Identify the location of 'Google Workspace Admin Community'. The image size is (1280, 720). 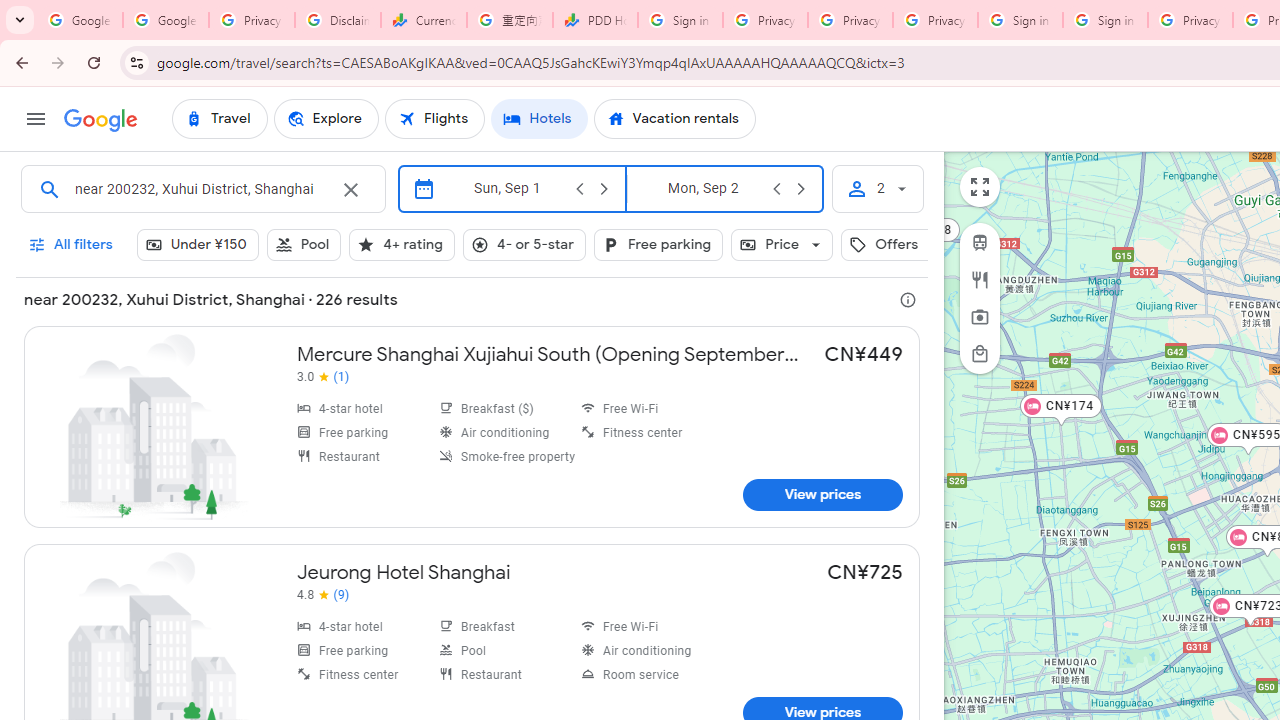
(80, 20).